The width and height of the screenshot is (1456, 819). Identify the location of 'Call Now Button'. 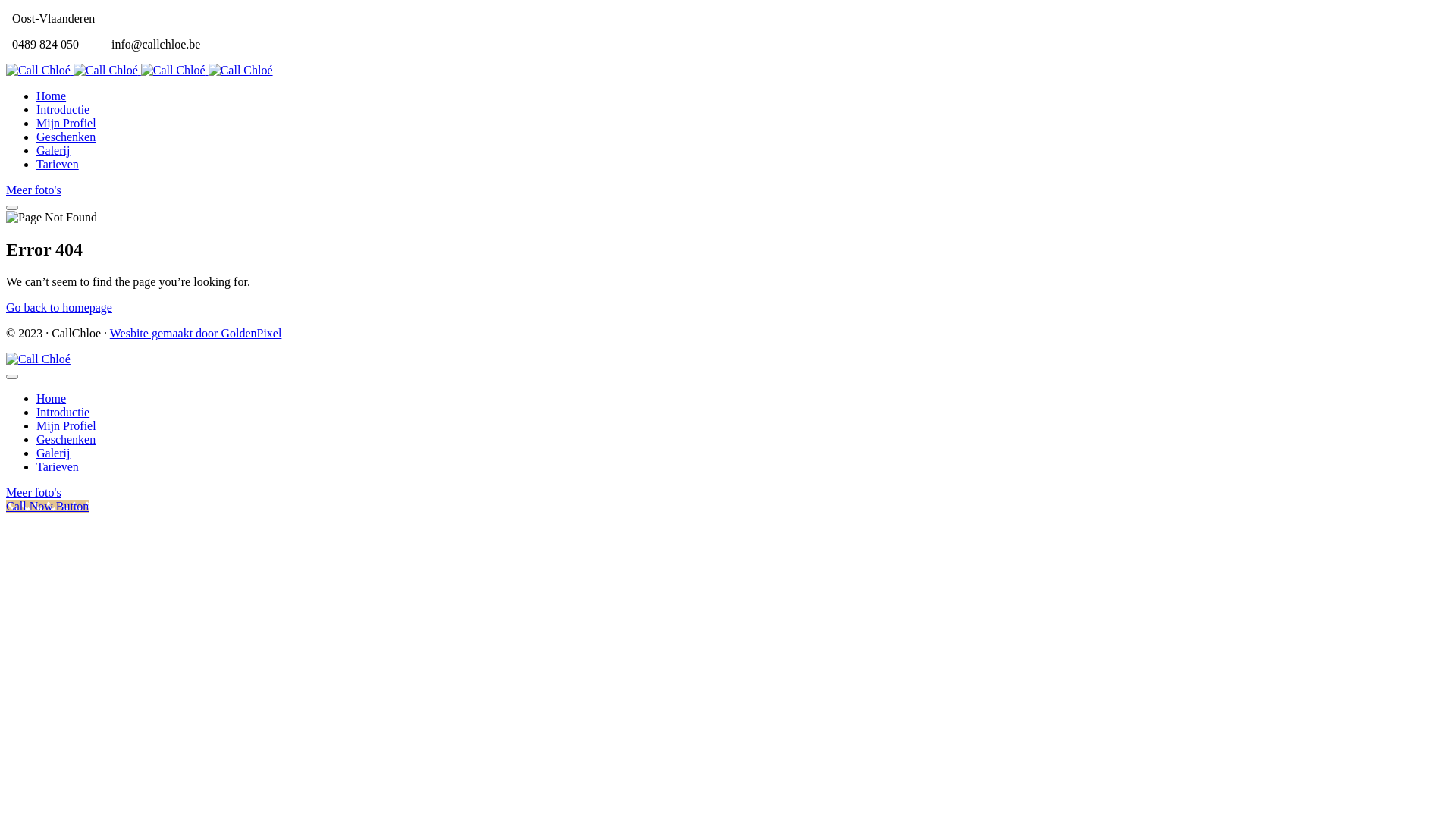
(47, 506).